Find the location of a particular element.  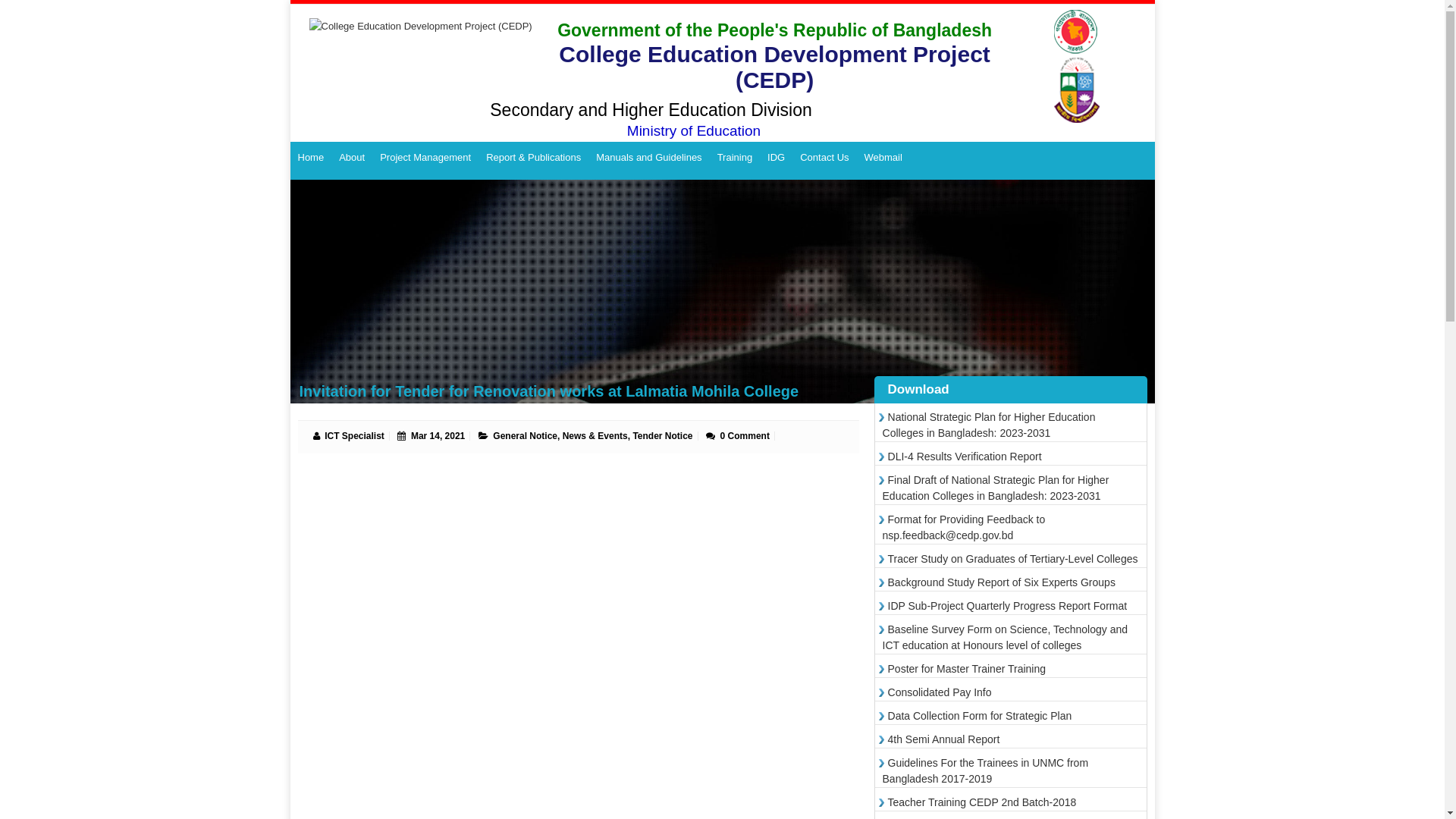

'0 Comment' is located at coordinates (745, 435).